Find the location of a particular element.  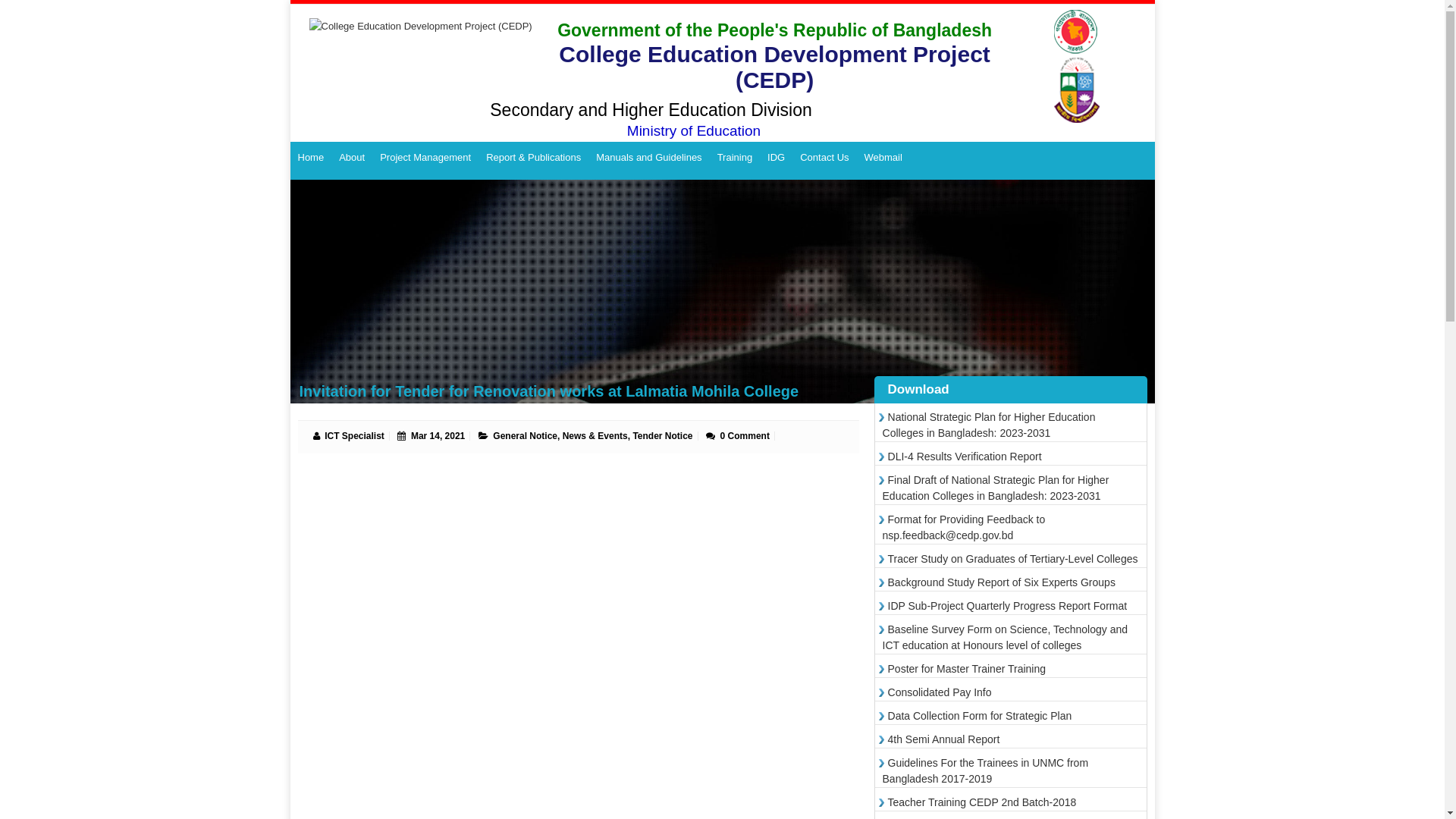

'0 Comment' is located at coordinates (745, 435).